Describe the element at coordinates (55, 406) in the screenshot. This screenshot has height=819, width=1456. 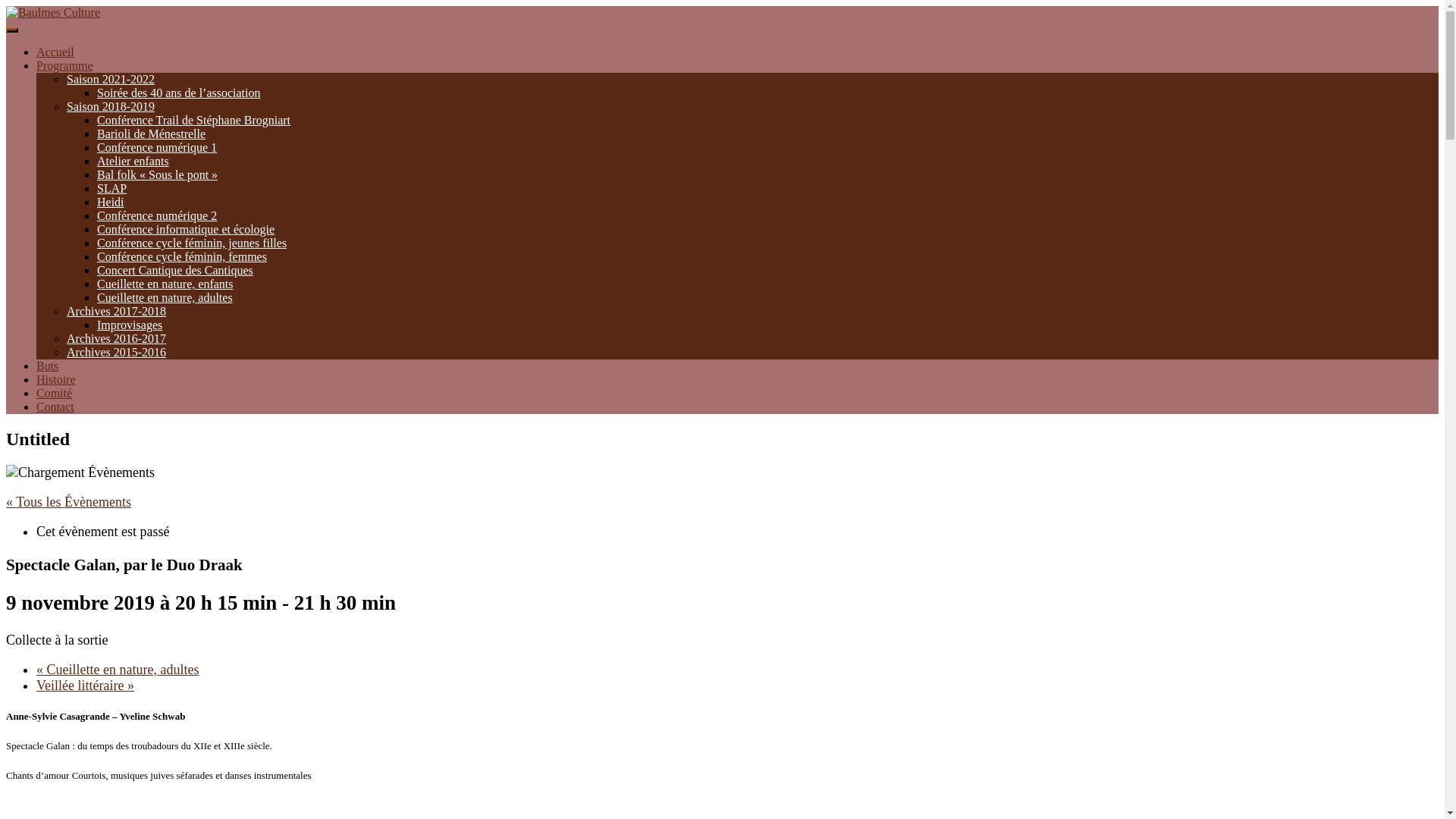
I see `'Contact'` at that location.